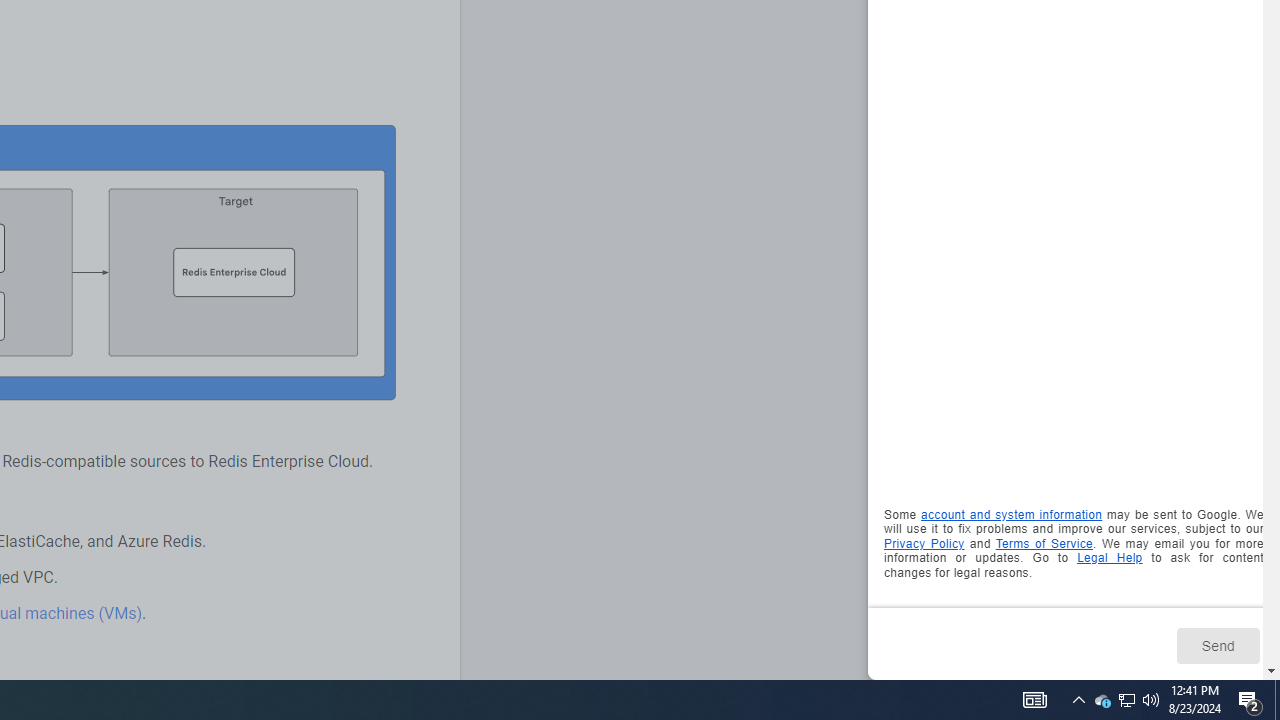 This screenshot has width=1280, height=720. I want to click on 'account and system information', so click(1012, 514).